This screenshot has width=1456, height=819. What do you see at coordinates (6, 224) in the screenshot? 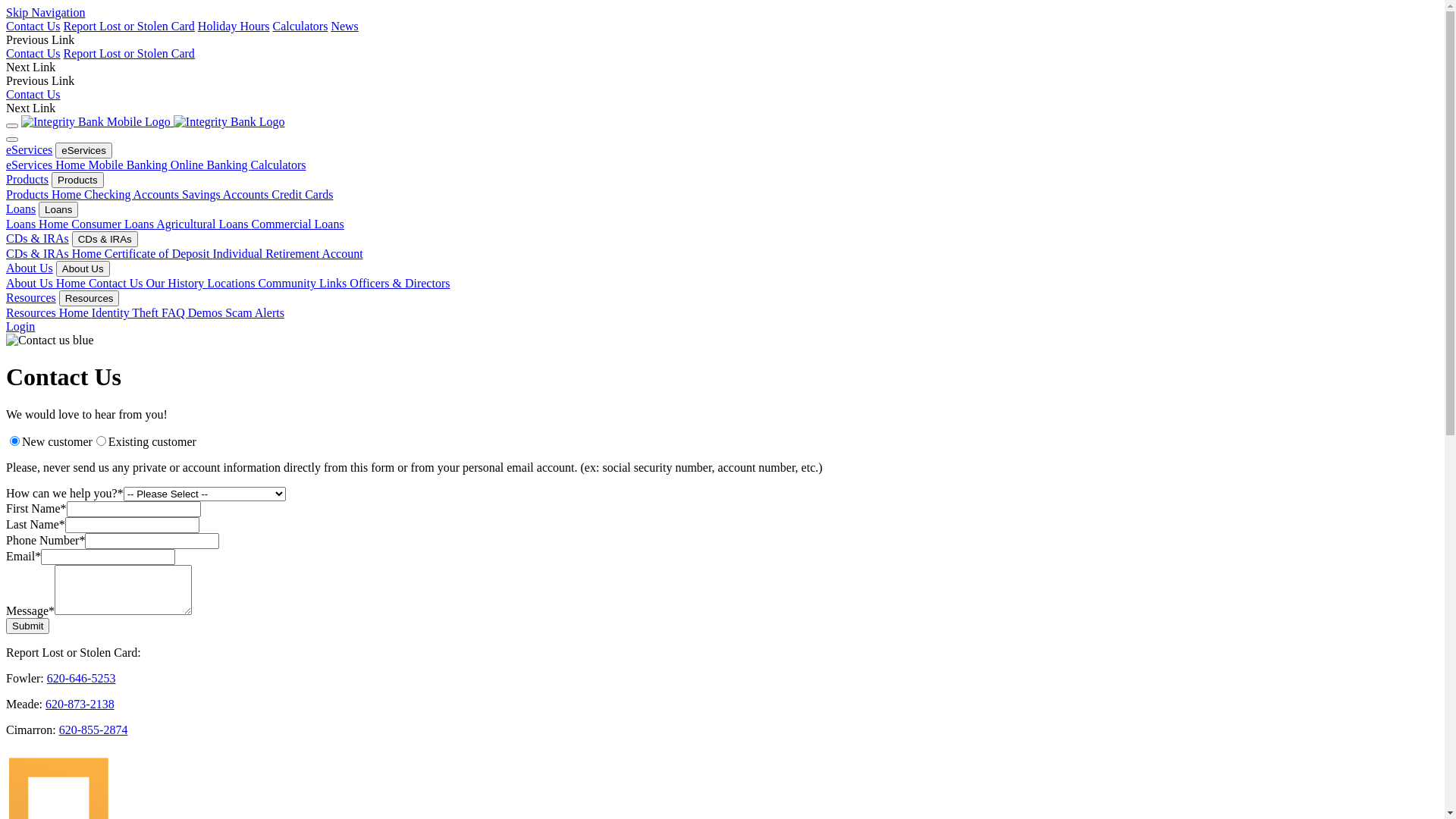
I see `'Loans Home'` at bounding box center [6, 224].